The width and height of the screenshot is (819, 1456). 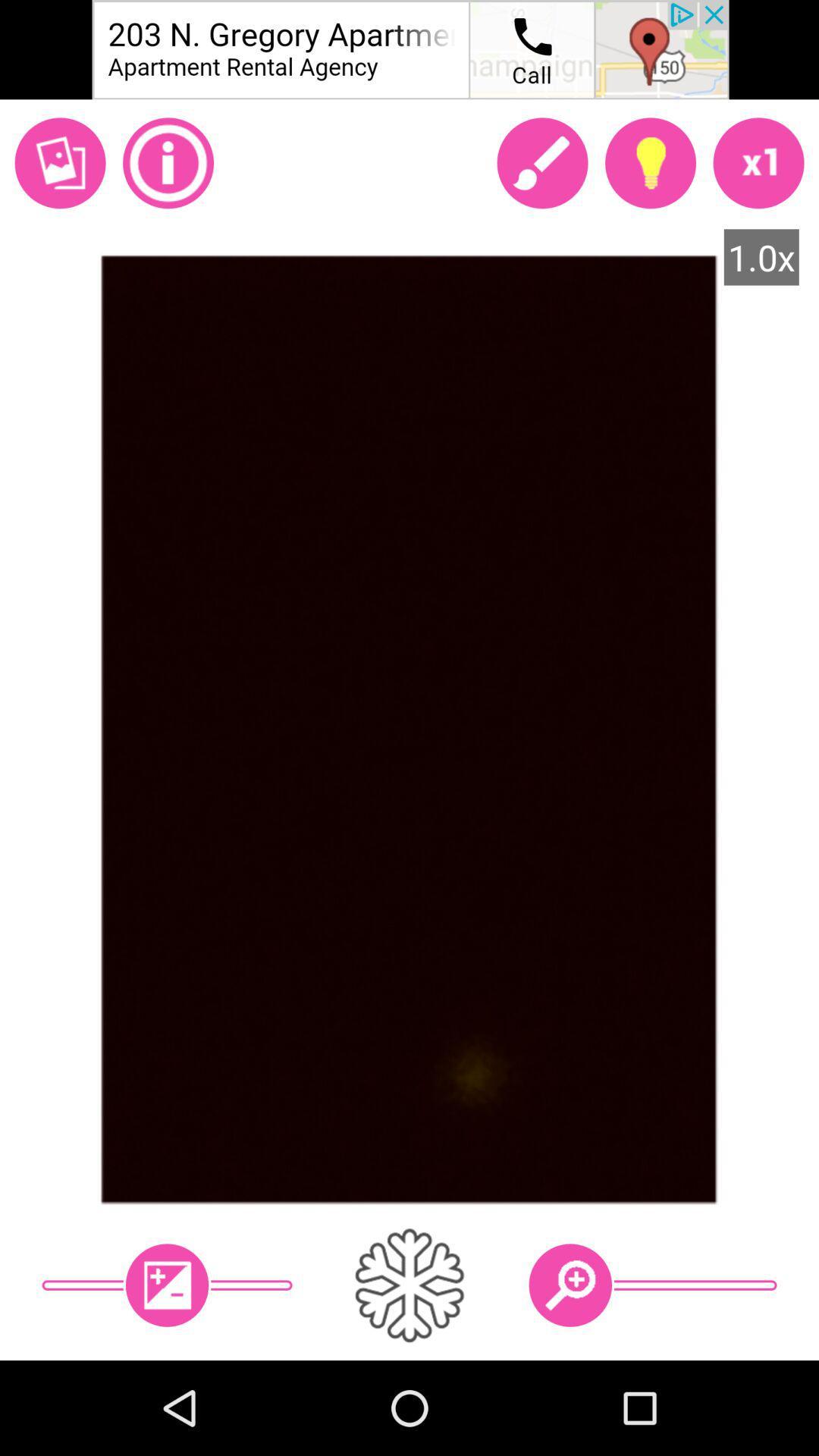 I want to click on announcement, so click(x=409, y=49).